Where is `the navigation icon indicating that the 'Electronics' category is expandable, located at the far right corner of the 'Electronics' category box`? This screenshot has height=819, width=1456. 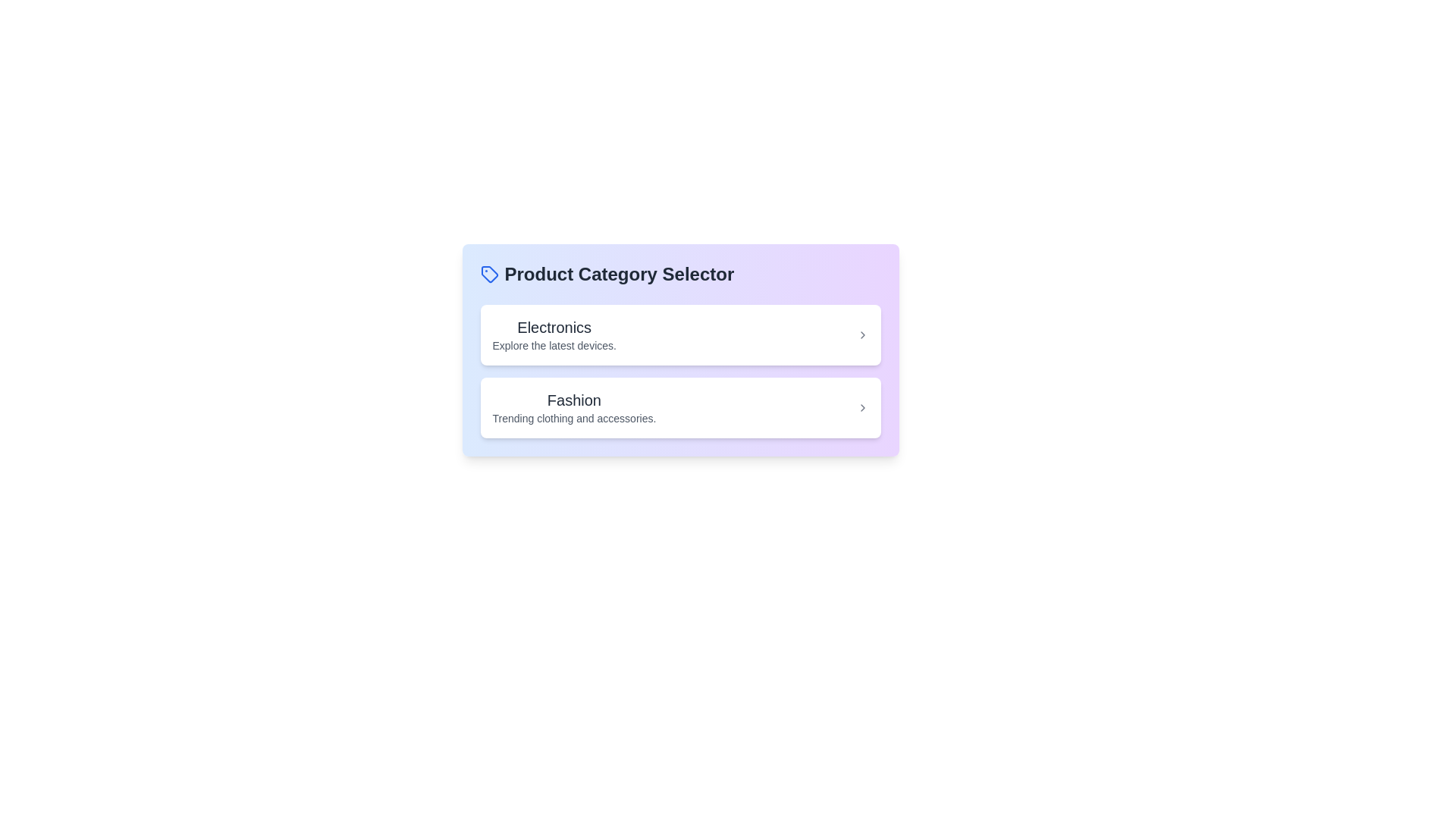 the navigation icon indicating that the 'Electronics' category is expandable, located at the far right corner of the 'Electronics' category box is located at coordinates (862, 334).